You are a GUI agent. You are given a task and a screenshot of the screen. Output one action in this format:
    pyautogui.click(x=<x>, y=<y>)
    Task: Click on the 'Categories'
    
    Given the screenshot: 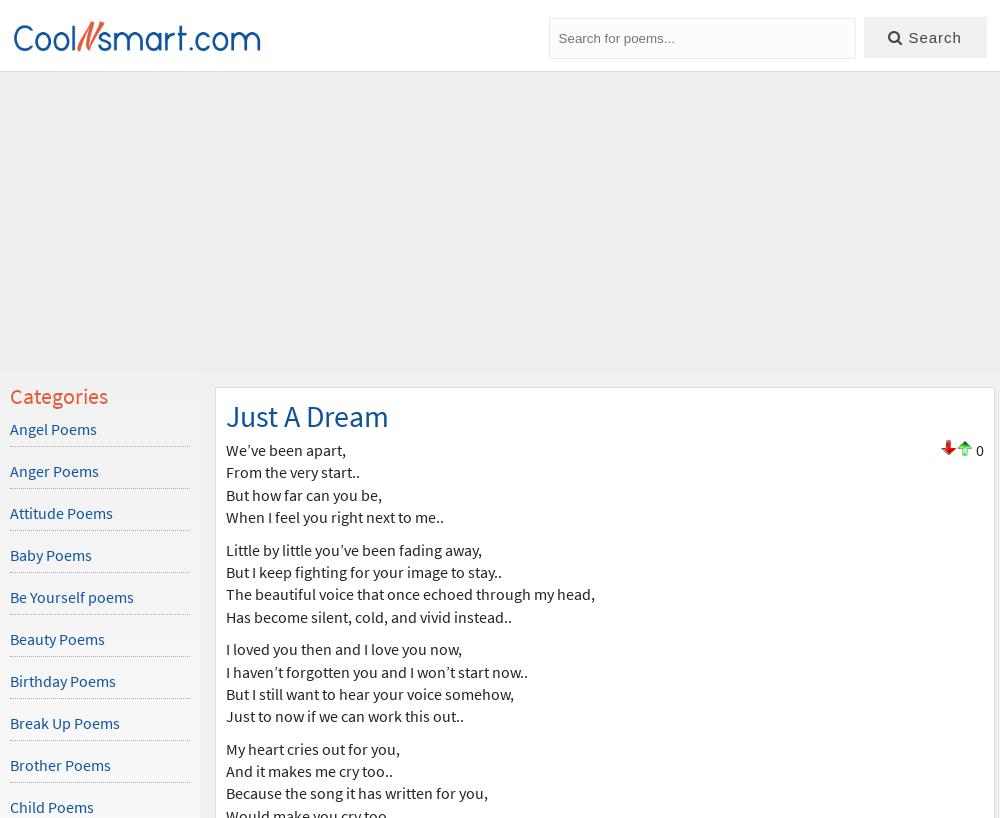 What is the action you would take?
    pyautogui.click(x=10, y=395)
    